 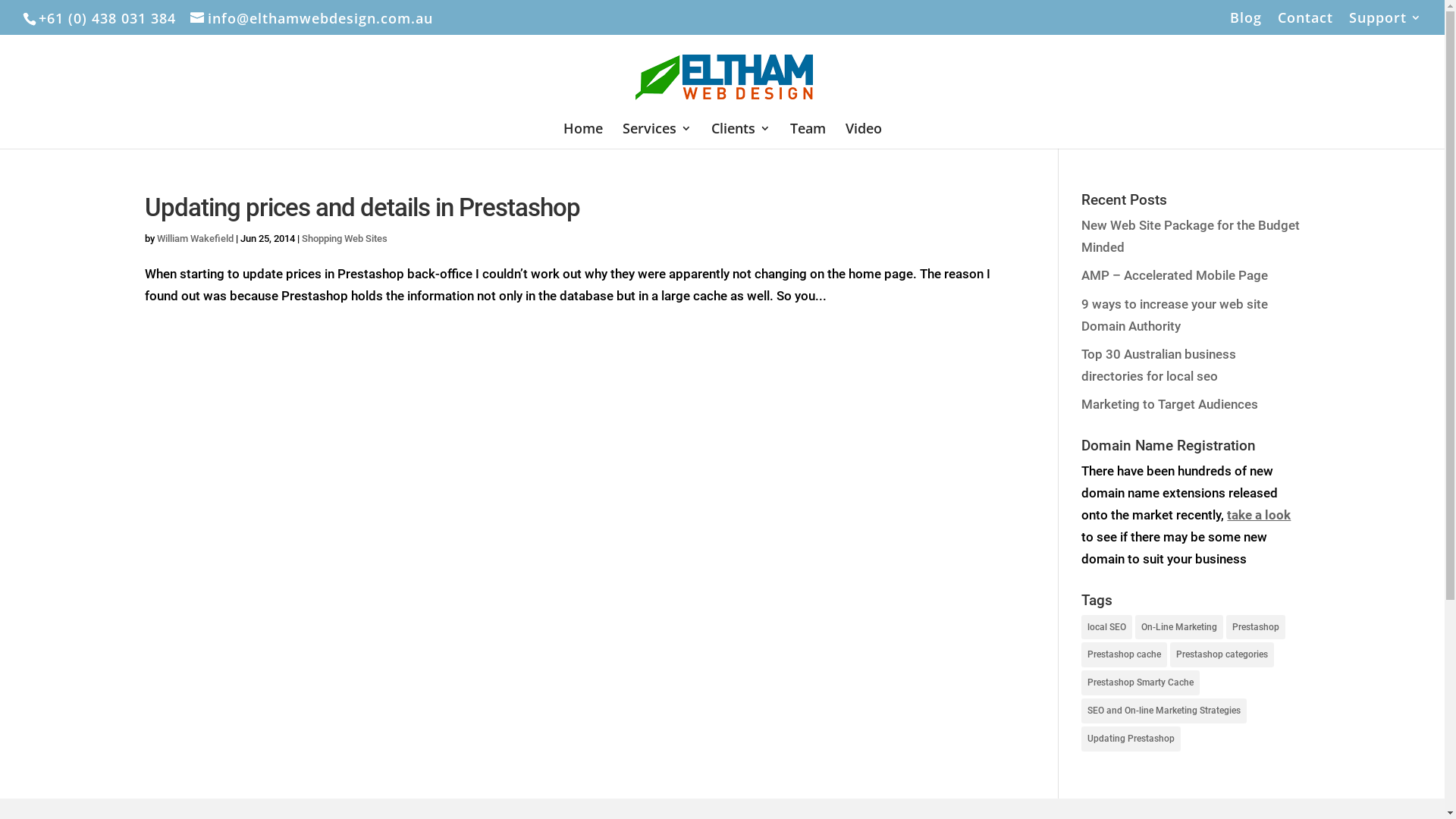 What do you see at coordinates (1222, 654) in the screenshot?
I see `'Prestashop categories'` at bounding box center [1222, 654].